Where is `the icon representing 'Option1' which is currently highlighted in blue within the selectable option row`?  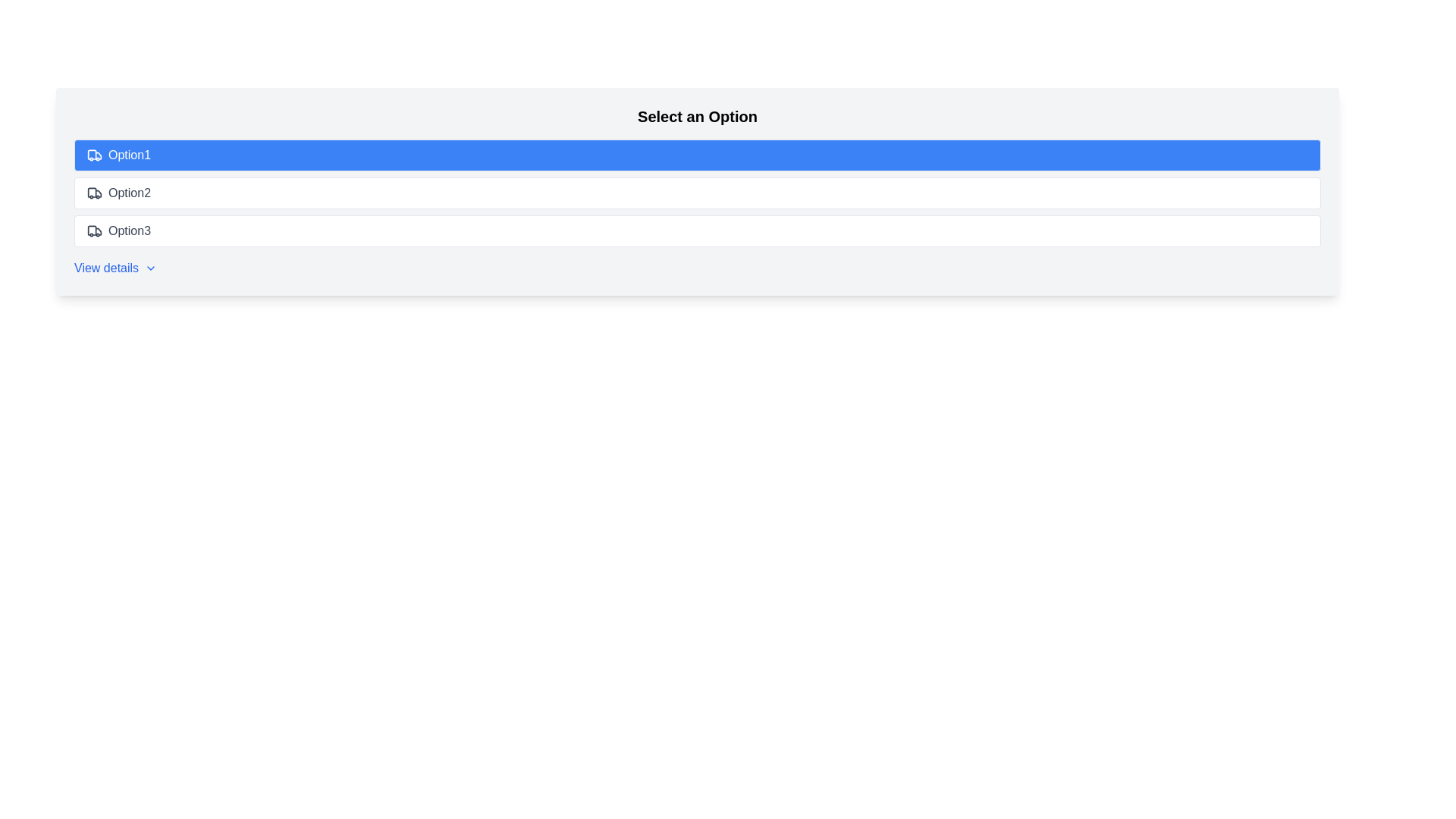
the icon representing 'Option1' which is currently highlighted in blue within the selectable option row is located at coordinates (93, 155).